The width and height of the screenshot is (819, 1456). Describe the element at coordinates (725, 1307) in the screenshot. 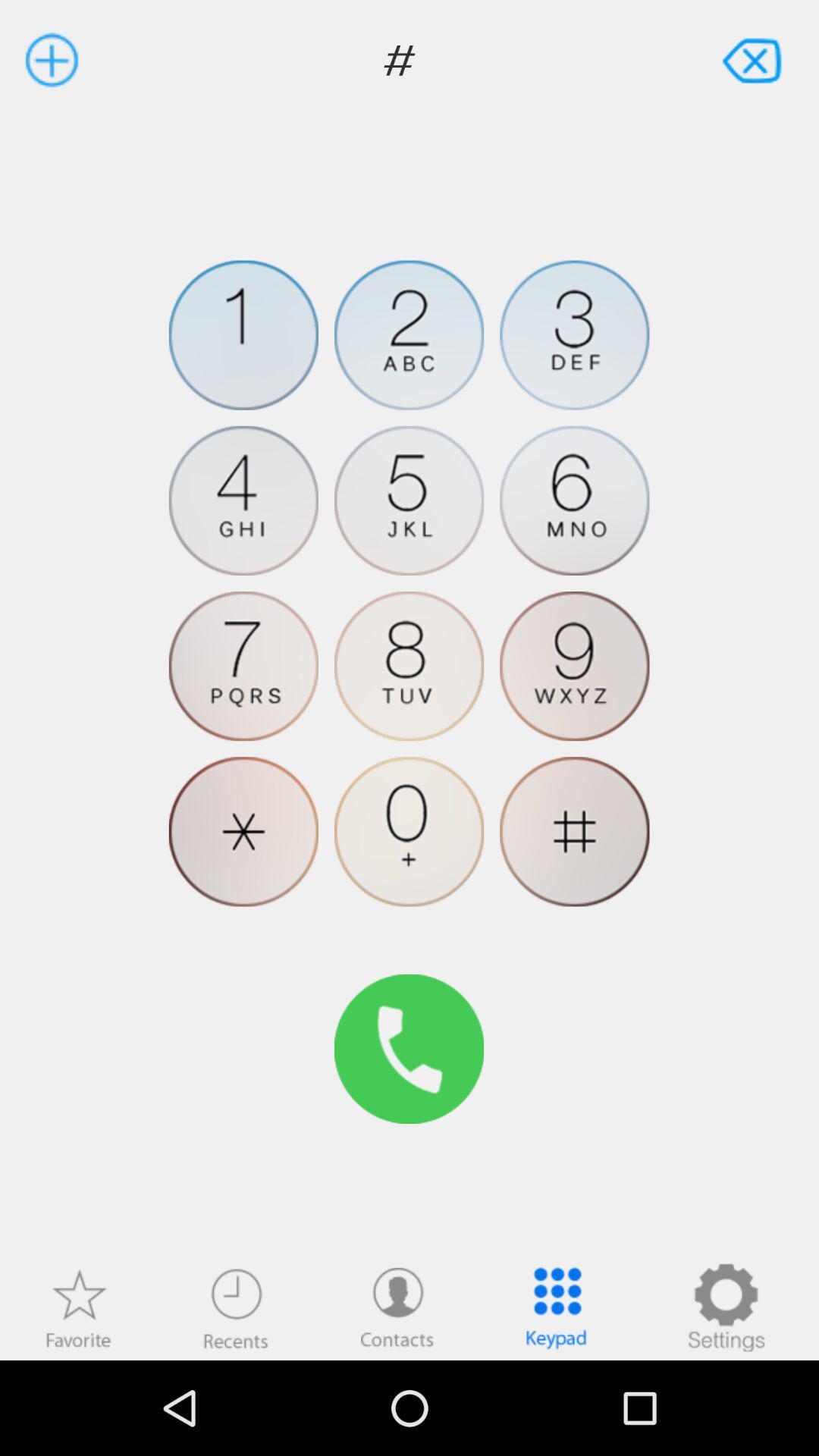

I see `item below #` at that location.